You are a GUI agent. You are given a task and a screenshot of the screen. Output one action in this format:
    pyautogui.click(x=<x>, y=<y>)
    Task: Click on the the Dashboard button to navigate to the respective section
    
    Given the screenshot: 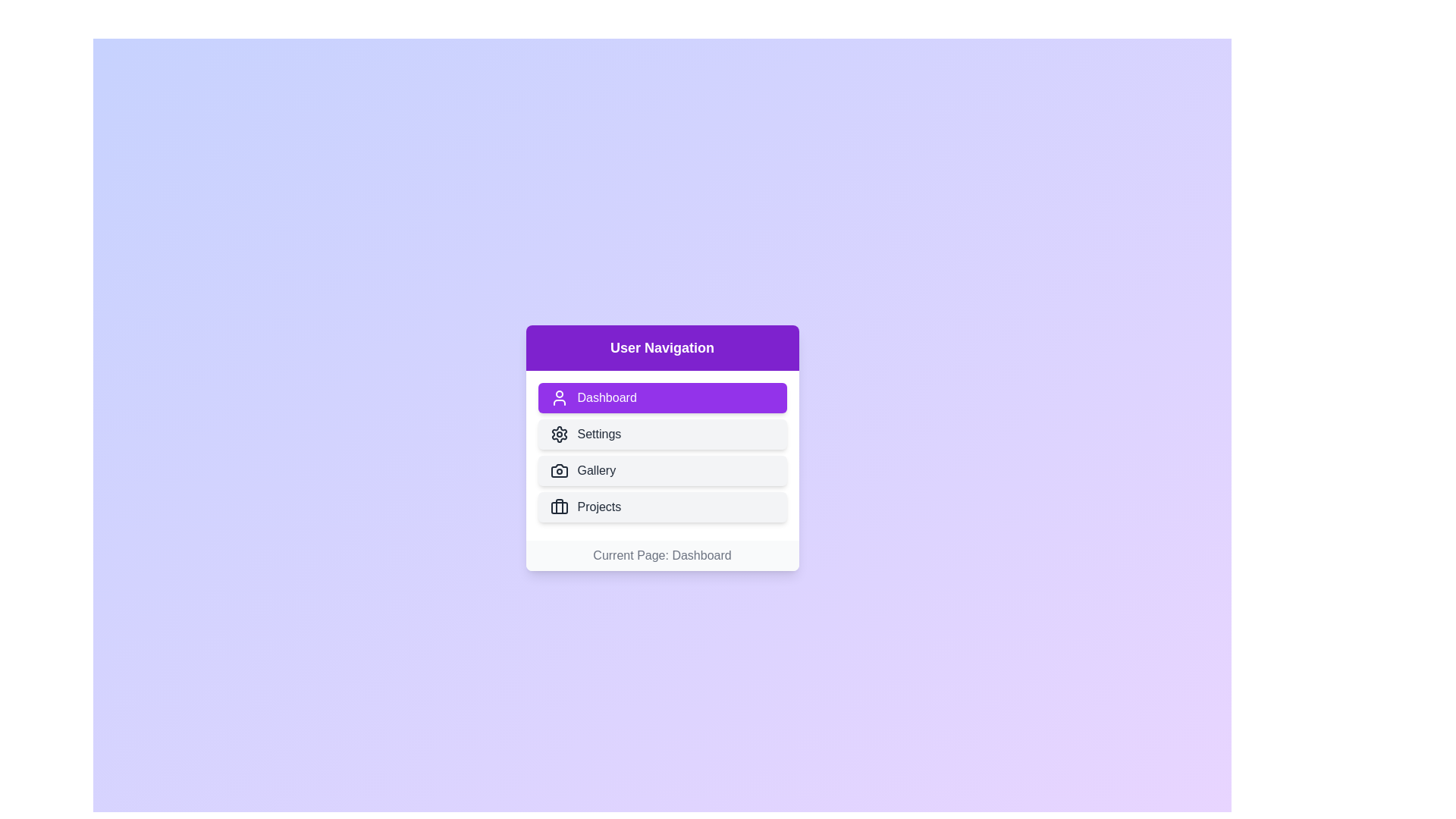 What is the action you would take?
    pyautogui.click(x=662, y=397)
    